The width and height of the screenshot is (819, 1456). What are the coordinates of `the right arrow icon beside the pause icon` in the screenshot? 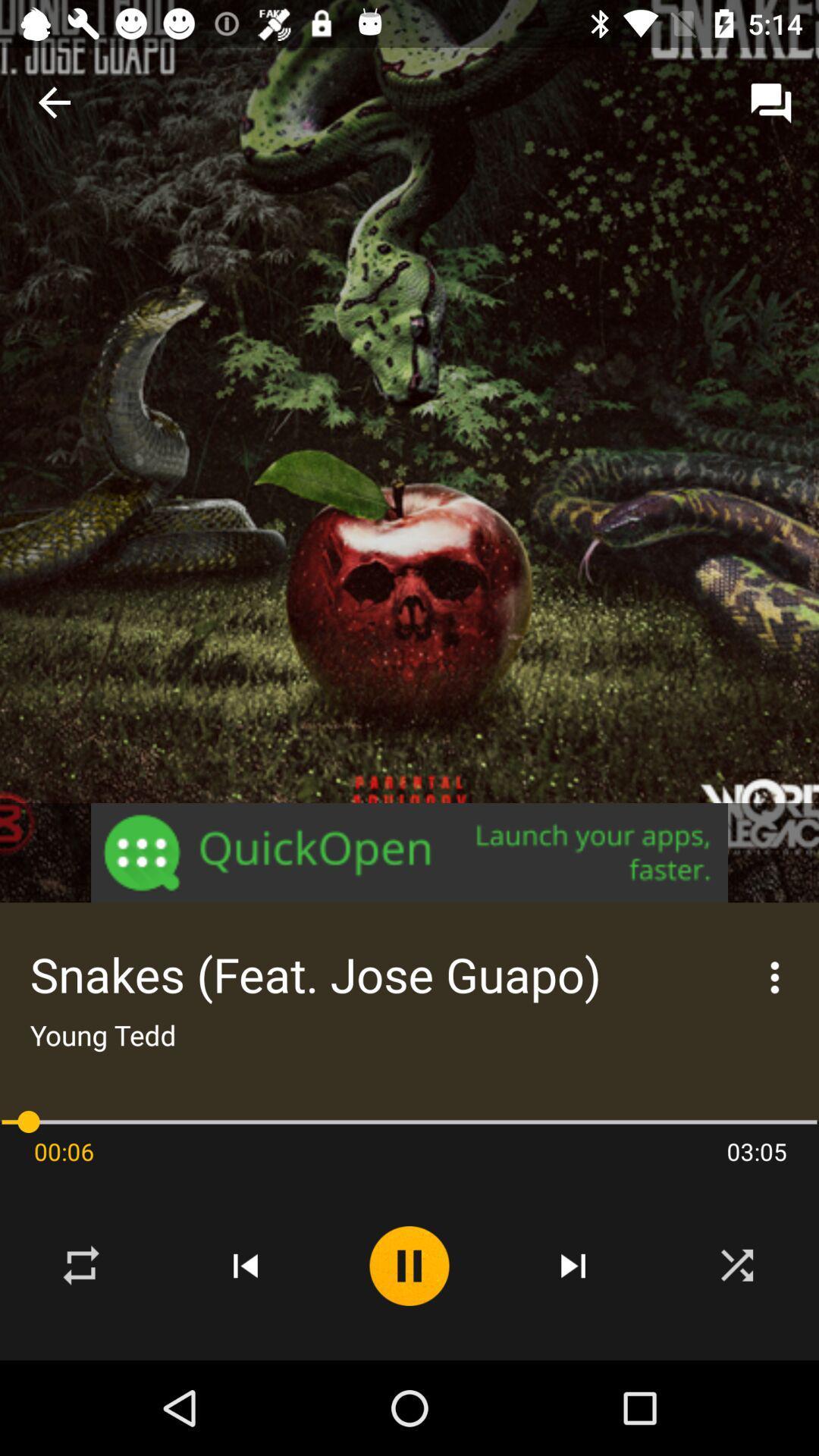 It's located at (573, 1266).